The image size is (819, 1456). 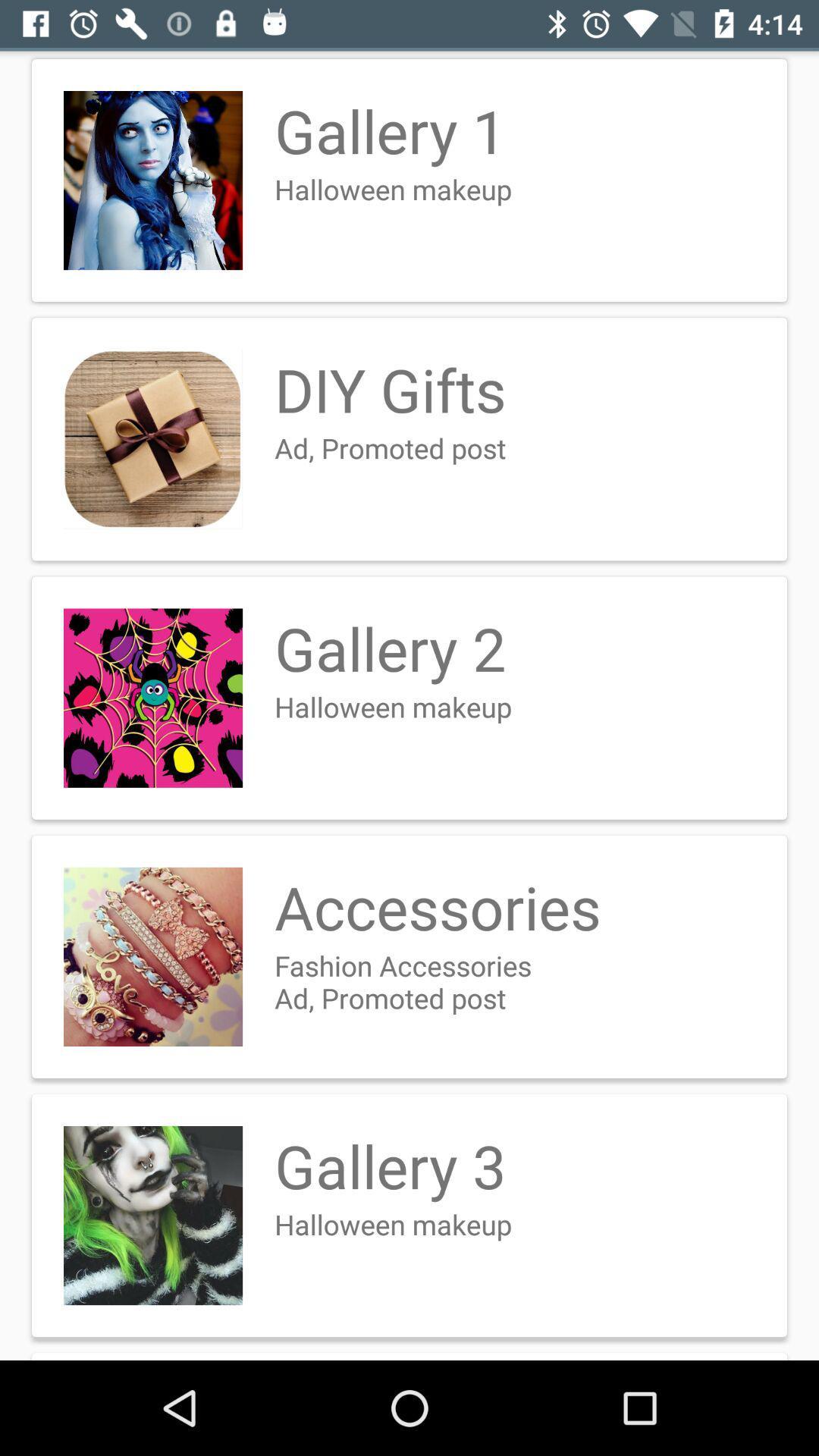 What do you see at coordinates (152, 1216) in the screenshot?
I see `the picture before the gallery 3` at bounding box center [152, 1216].